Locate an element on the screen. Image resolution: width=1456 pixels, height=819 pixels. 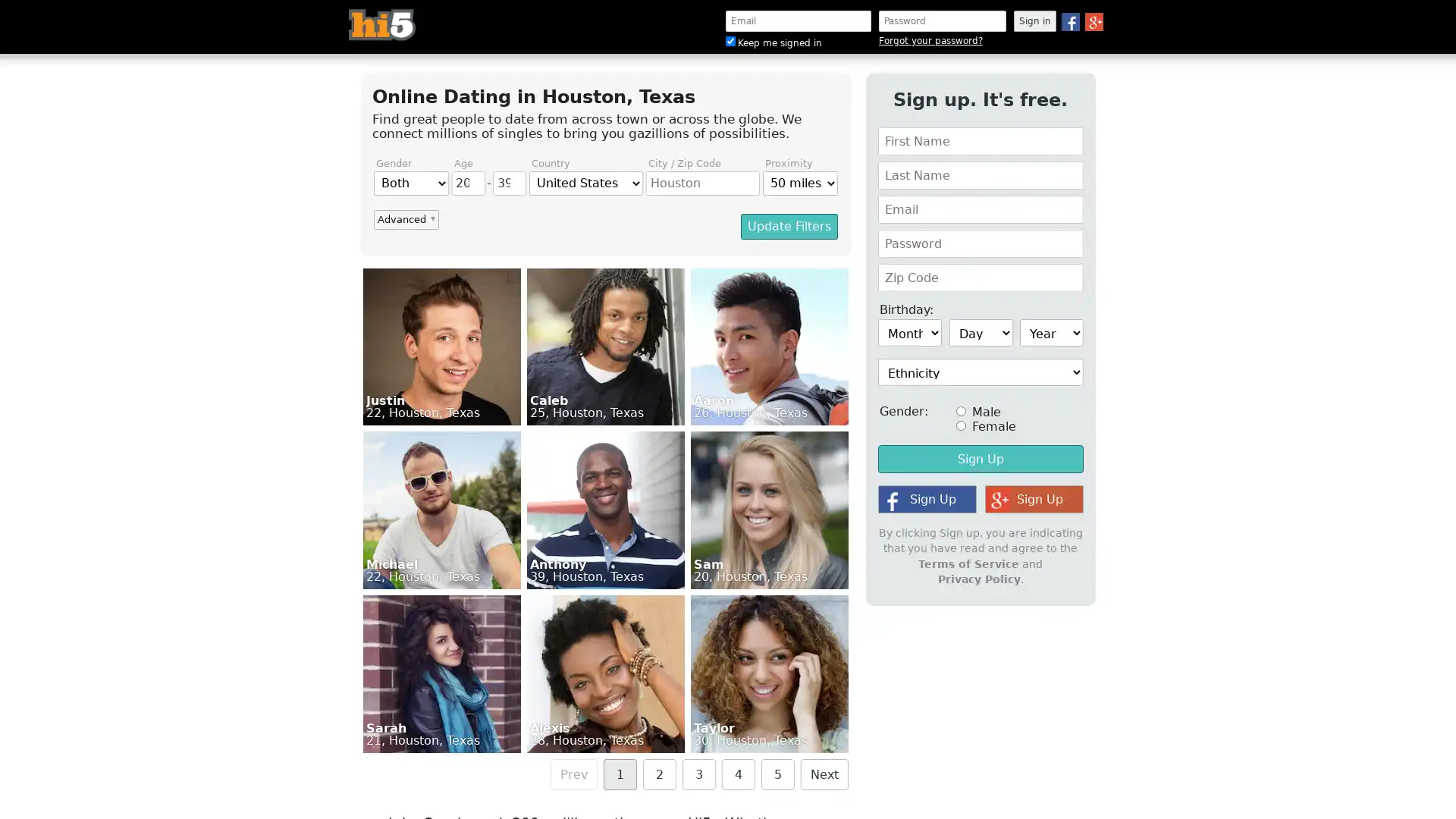
Sign Up is located at coordinates (1033, 499).